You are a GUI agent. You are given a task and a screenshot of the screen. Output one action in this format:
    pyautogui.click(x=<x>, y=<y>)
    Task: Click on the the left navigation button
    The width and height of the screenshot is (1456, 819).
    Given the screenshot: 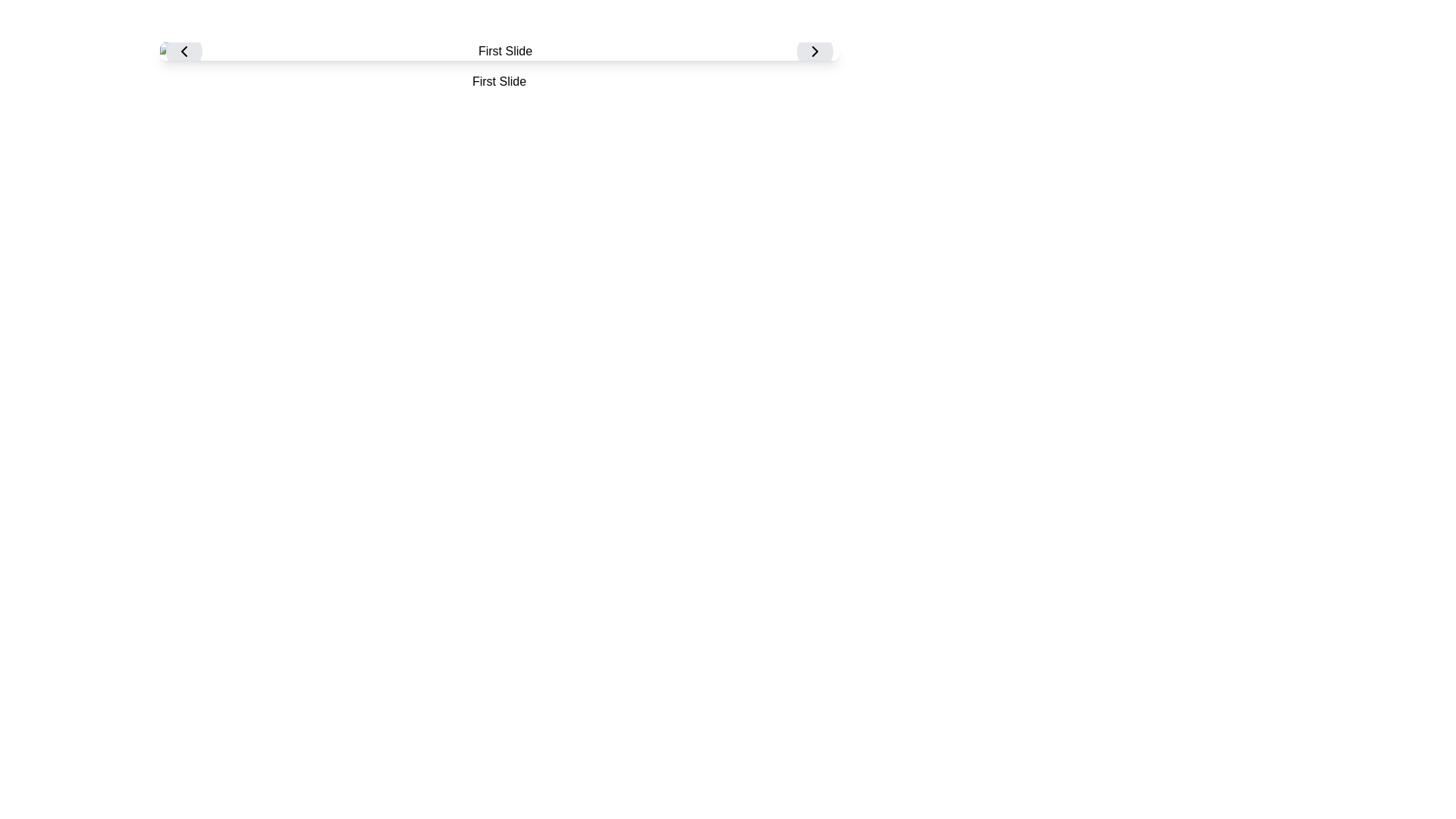 What is the action you would take?
    pyautogui.click(x=183, y=51)
    